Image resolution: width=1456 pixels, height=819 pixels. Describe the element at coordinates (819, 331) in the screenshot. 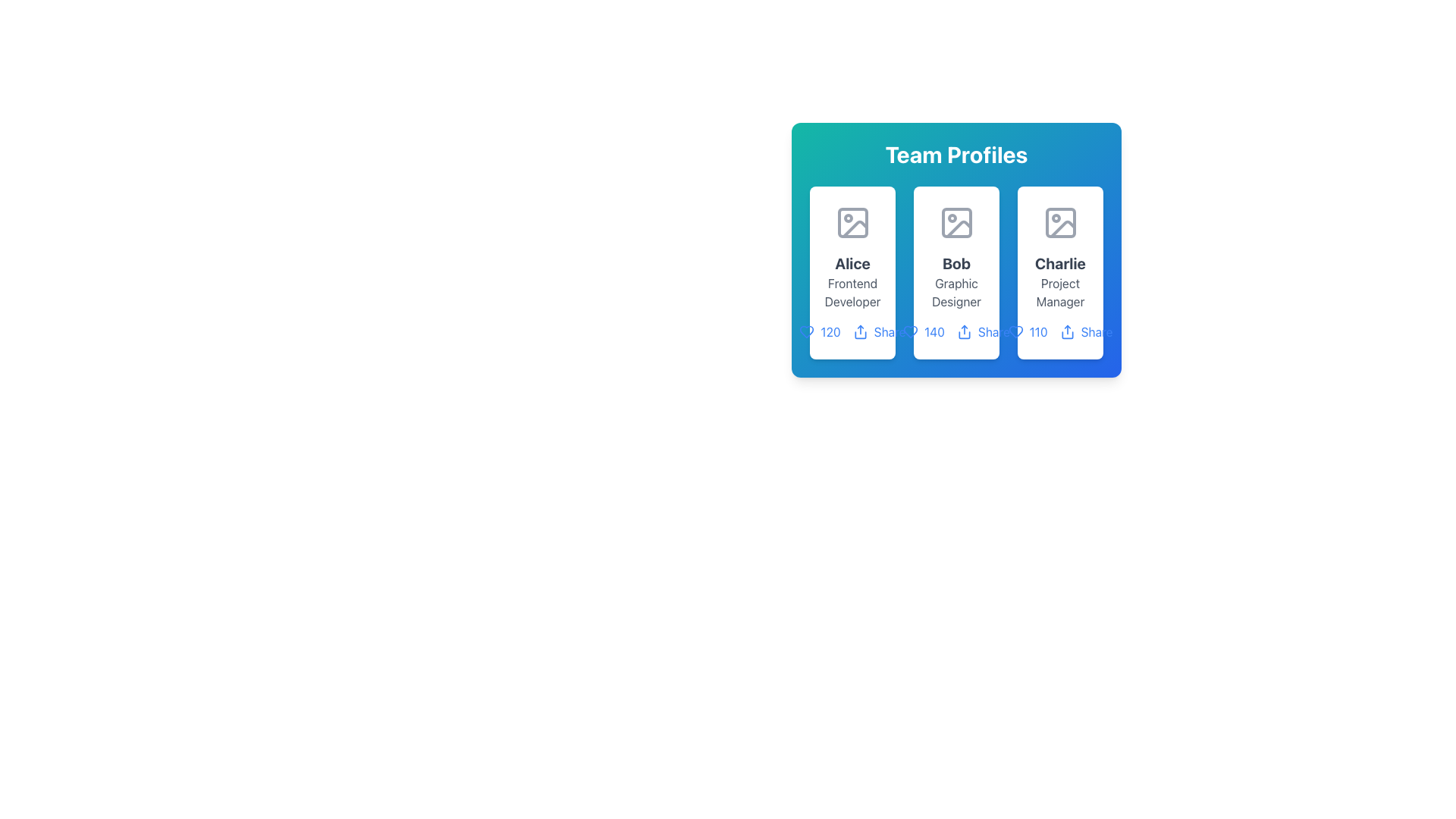

I see `the metric counter text with icon located at the bottom of the leftmost card, just before the 'Share' label` at that location.